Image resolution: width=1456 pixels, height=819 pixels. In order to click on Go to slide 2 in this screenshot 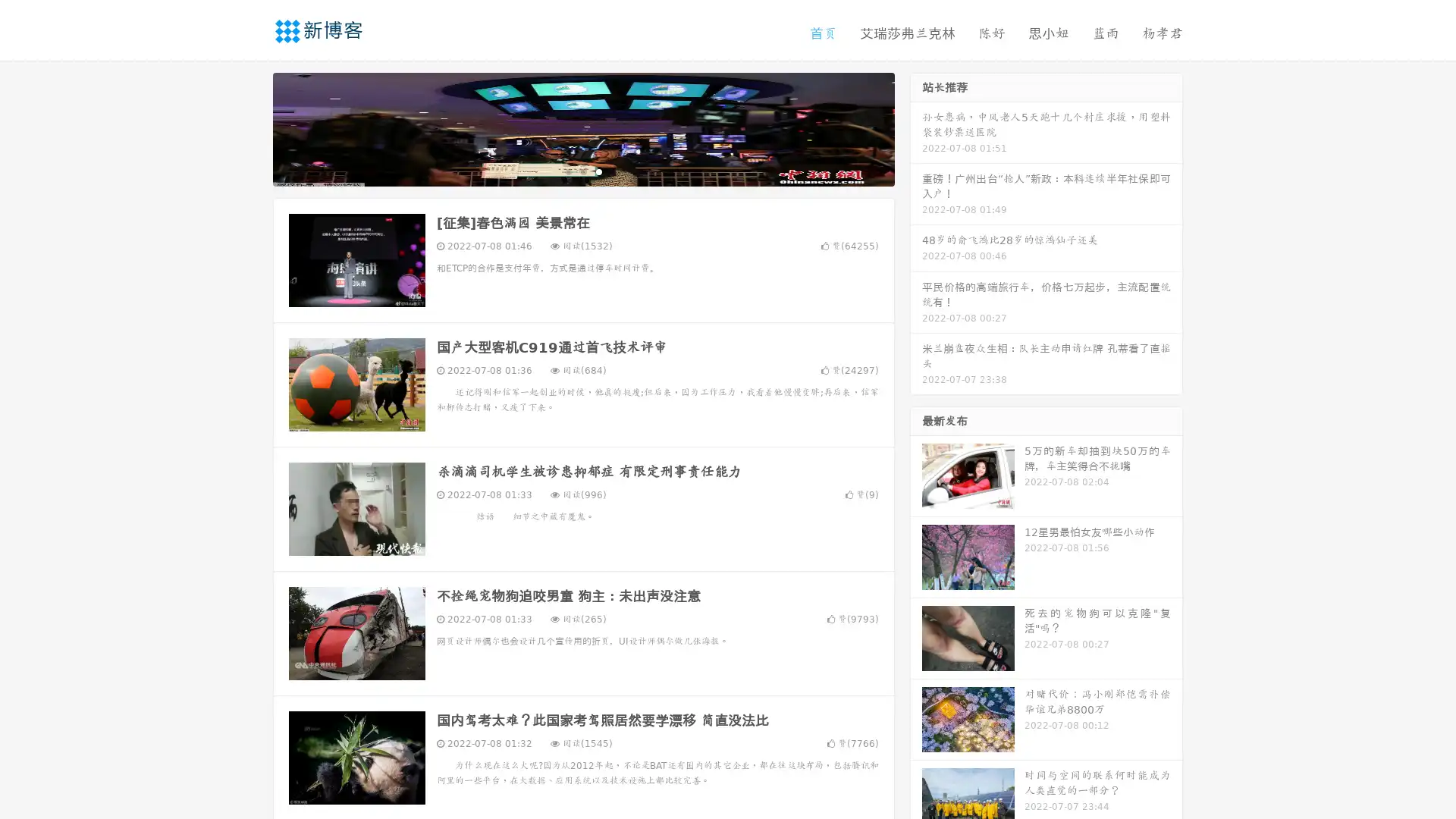, I will do `click(582, 171)`.